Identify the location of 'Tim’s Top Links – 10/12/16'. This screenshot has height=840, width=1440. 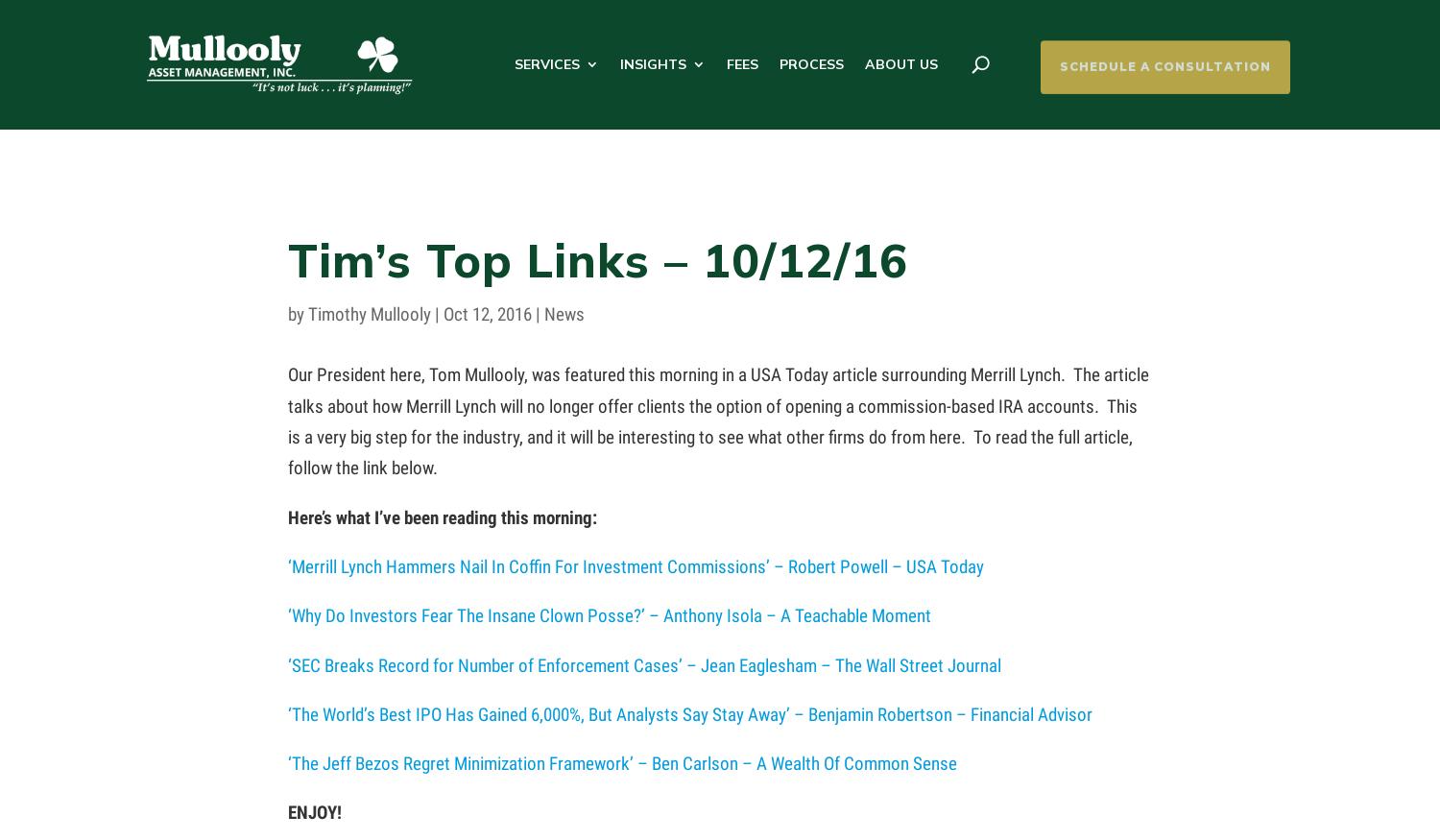
(596, 258).